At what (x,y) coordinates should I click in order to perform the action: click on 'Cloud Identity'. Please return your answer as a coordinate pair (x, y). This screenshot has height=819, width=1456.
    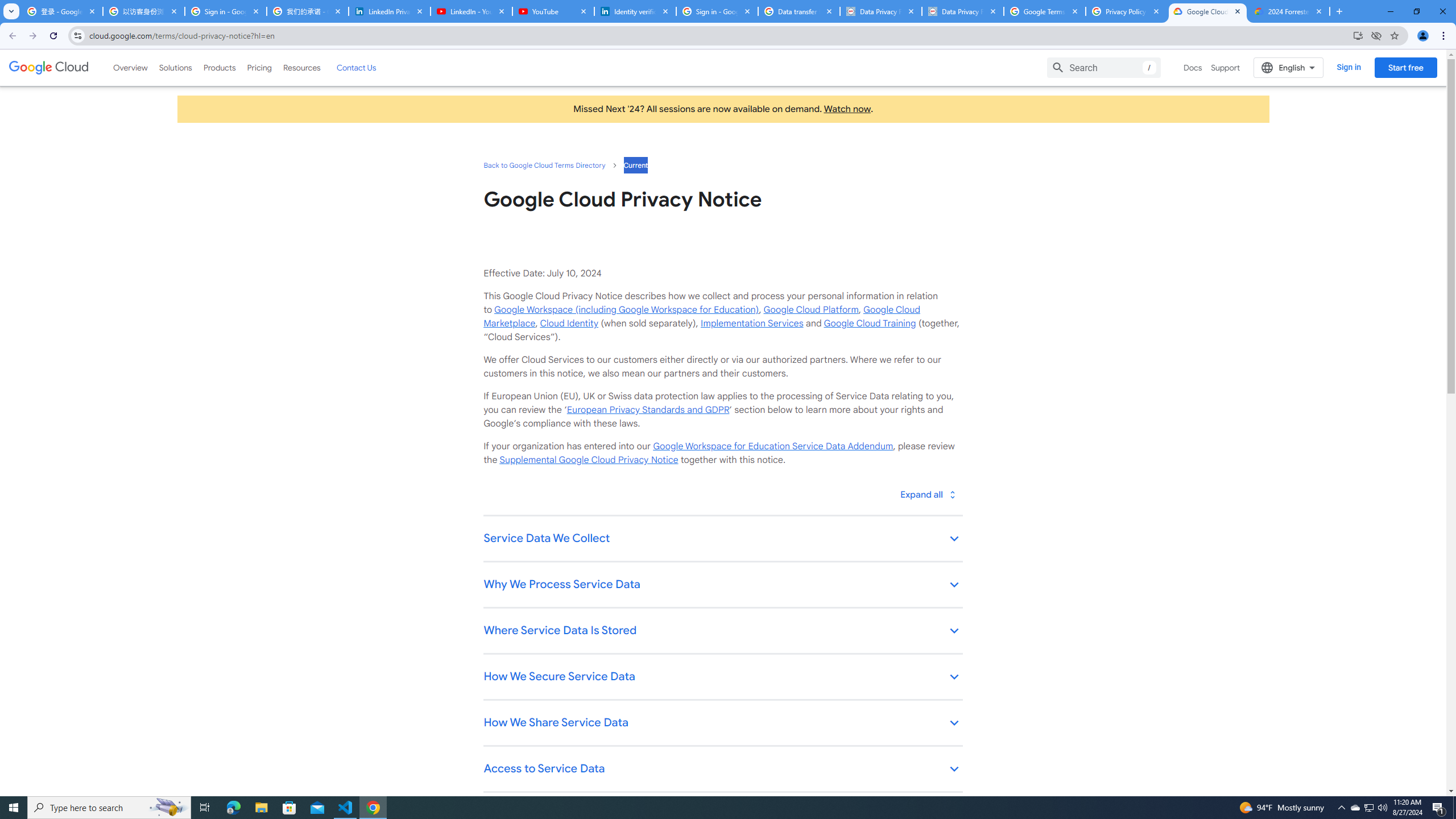
    Looking at the image, I should click on (568, 322).